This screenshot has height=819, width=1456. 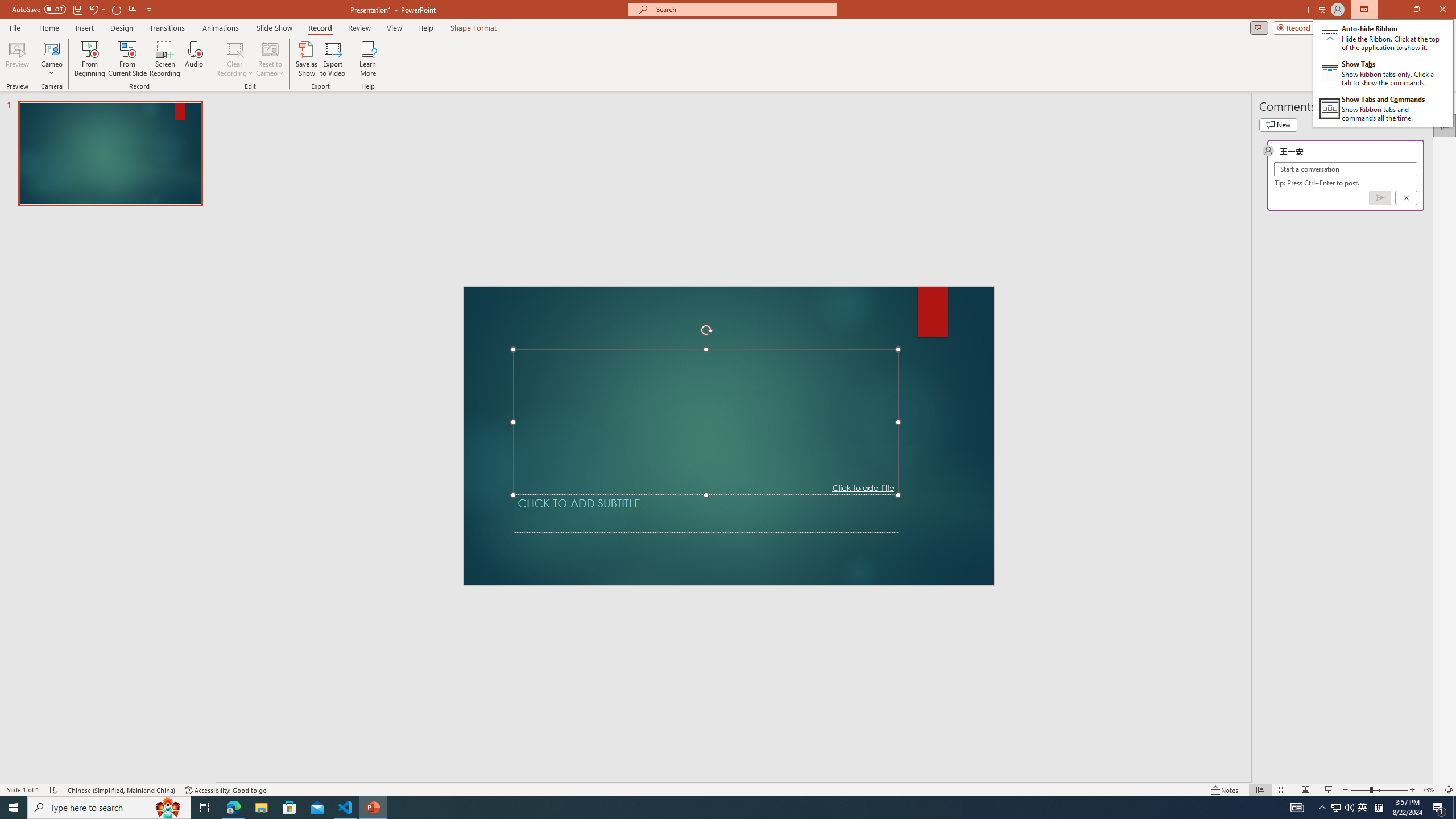 I want to click on 'Transitions', so click(x=167, y=28).